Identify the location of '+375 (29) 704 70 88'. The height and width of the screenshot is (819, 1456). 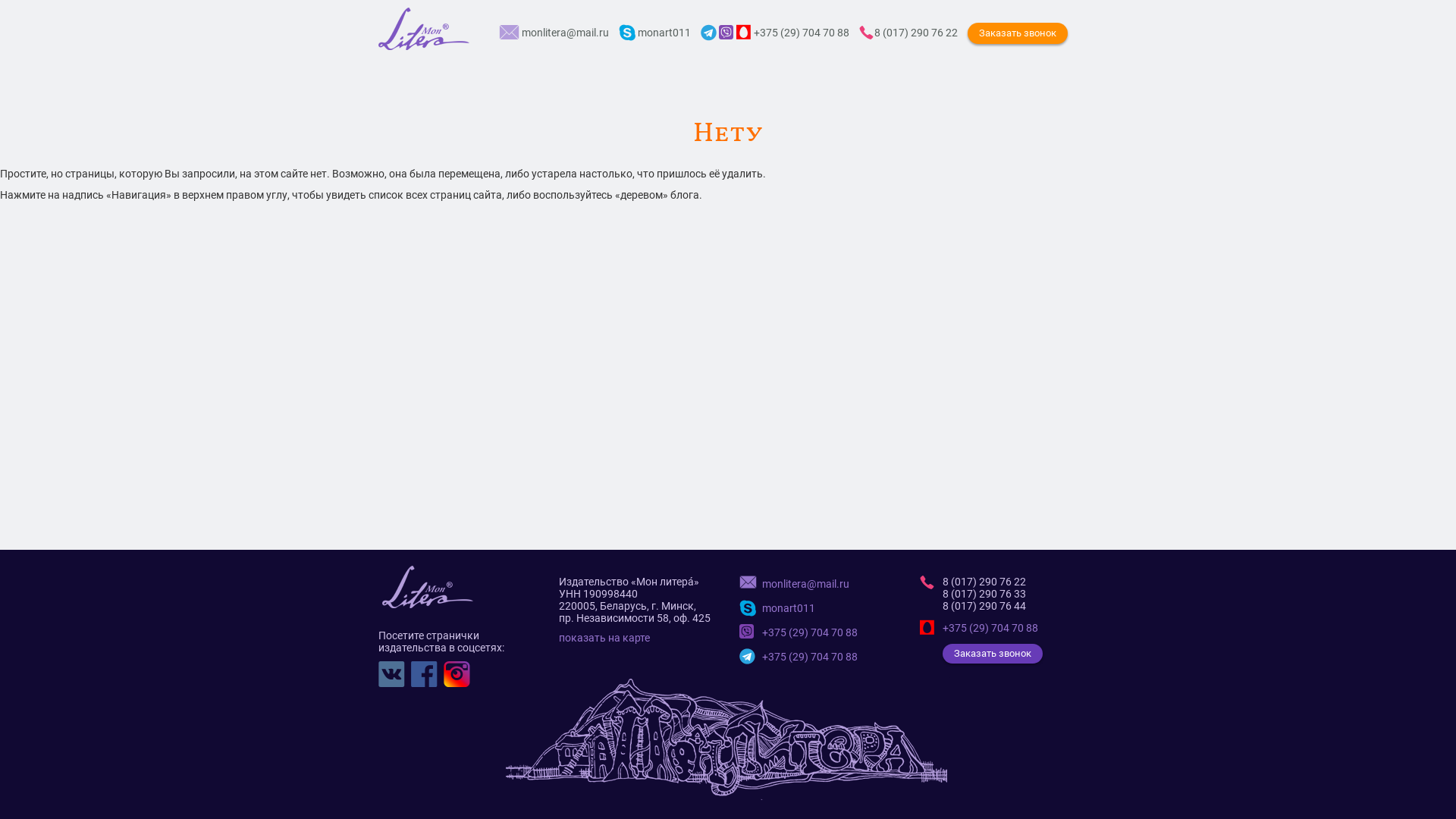
(739, 656).